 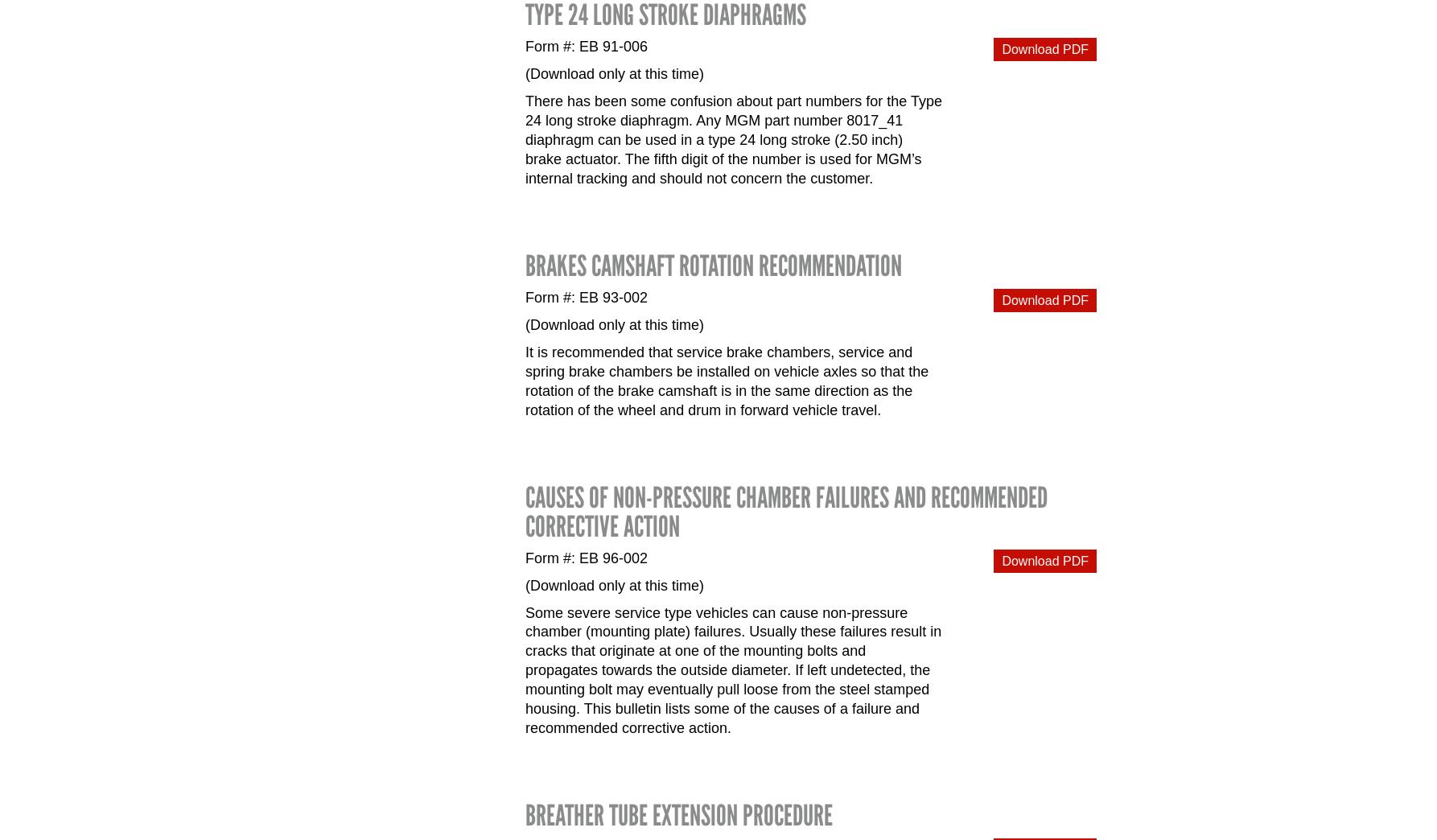 What do you see at coordinates (587, 557) in the screenshot?
I see `'Form #: EB 96-002'` at bounding box center [587, 557].